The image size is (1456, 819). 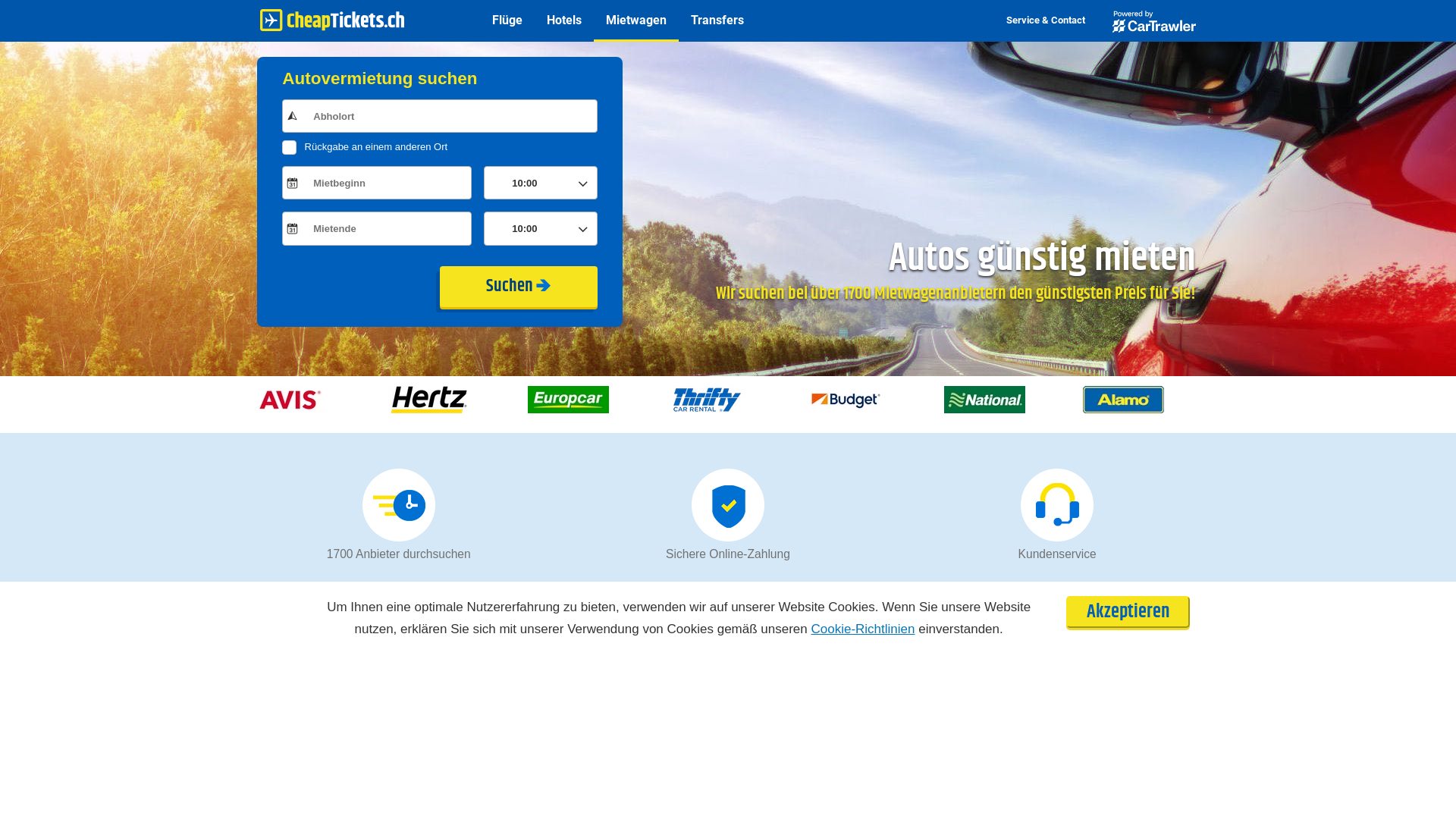 I want to click on 'Cookie-Richtlinien', so click(x=862, y=629).